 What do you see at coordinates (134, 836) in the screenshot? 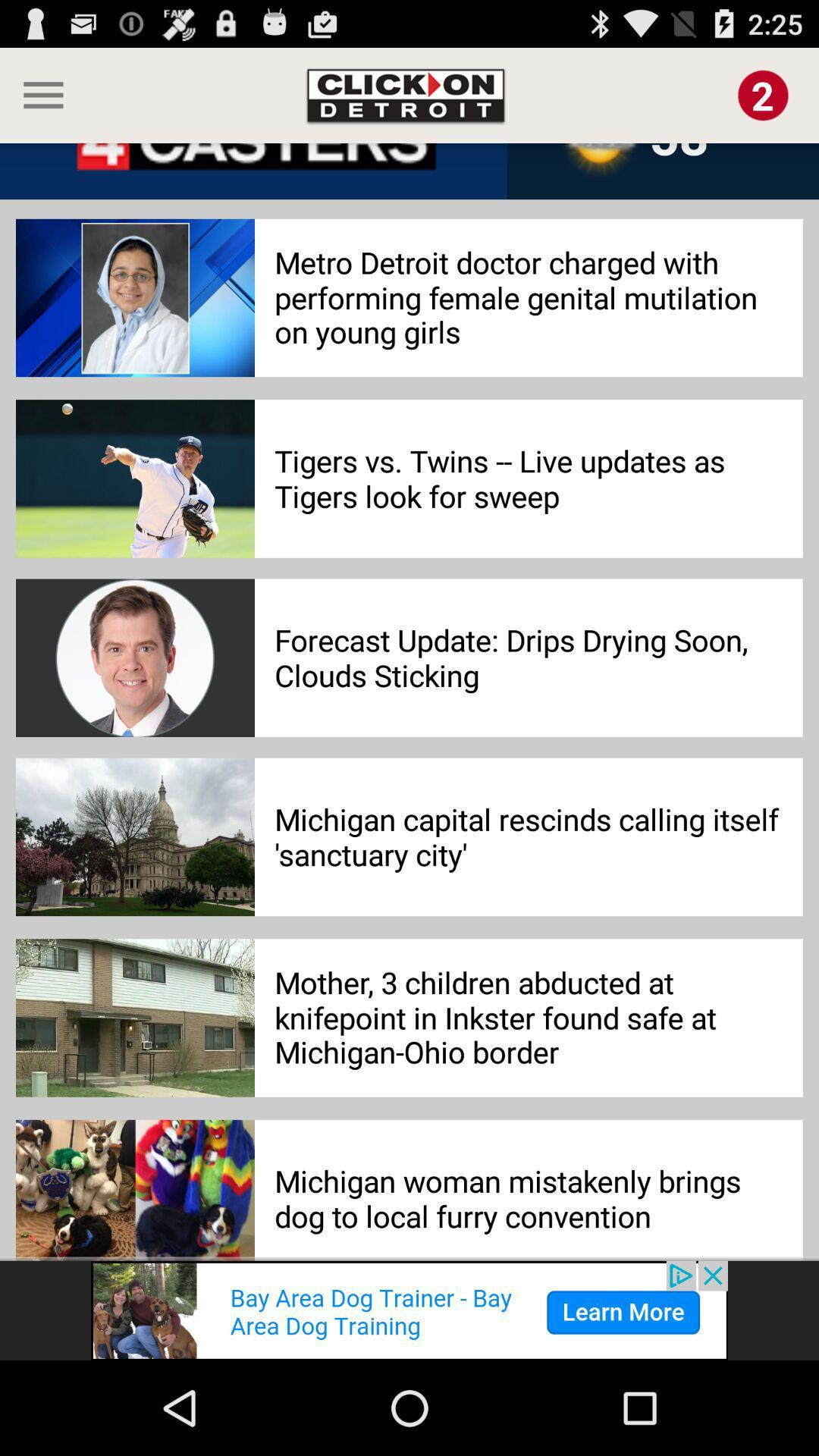
I see `the fourth image in the page` at bounding box center [134, 836].